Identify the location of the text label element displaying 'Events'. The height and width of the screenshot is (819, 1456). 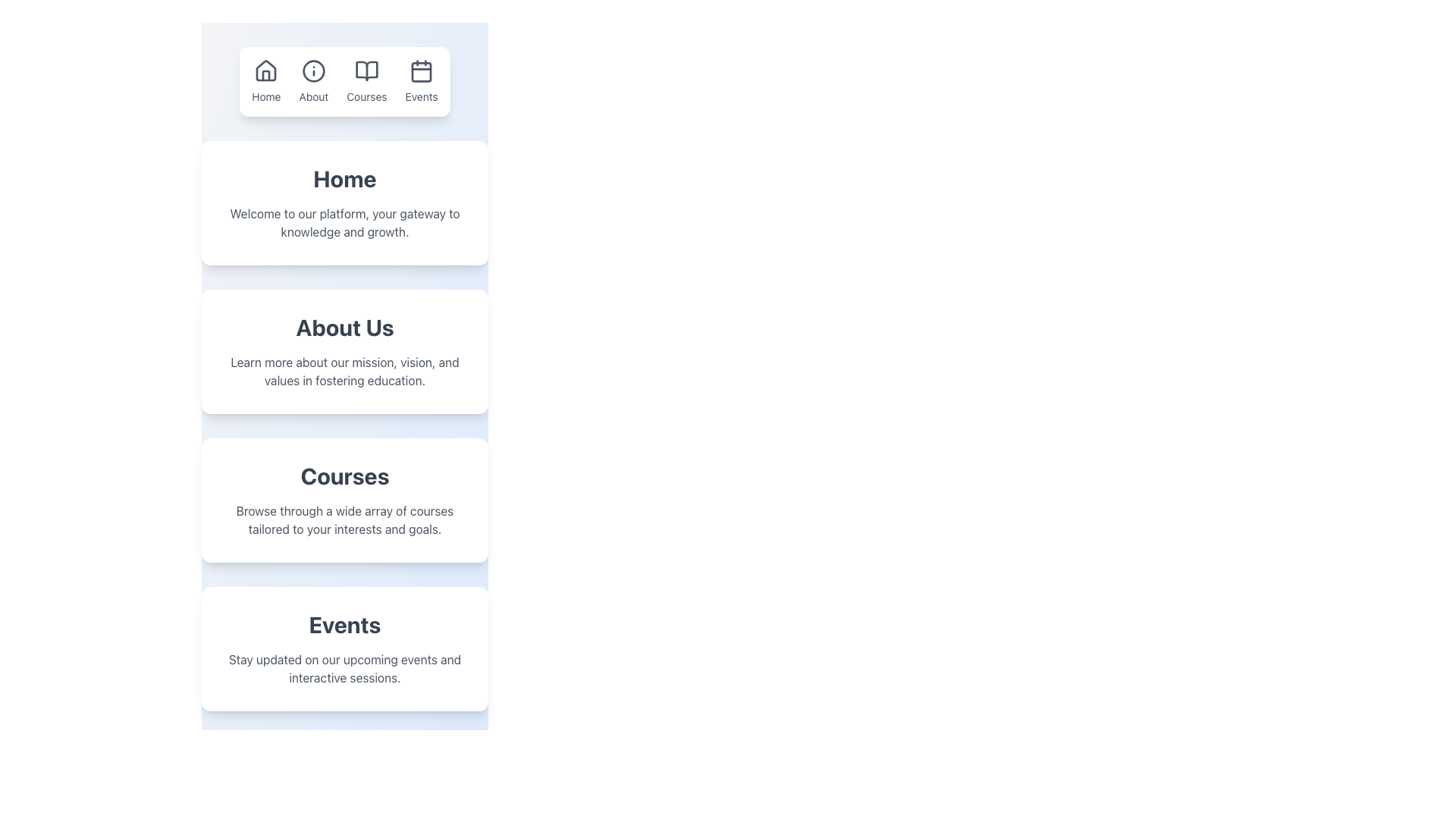
(344, 625).